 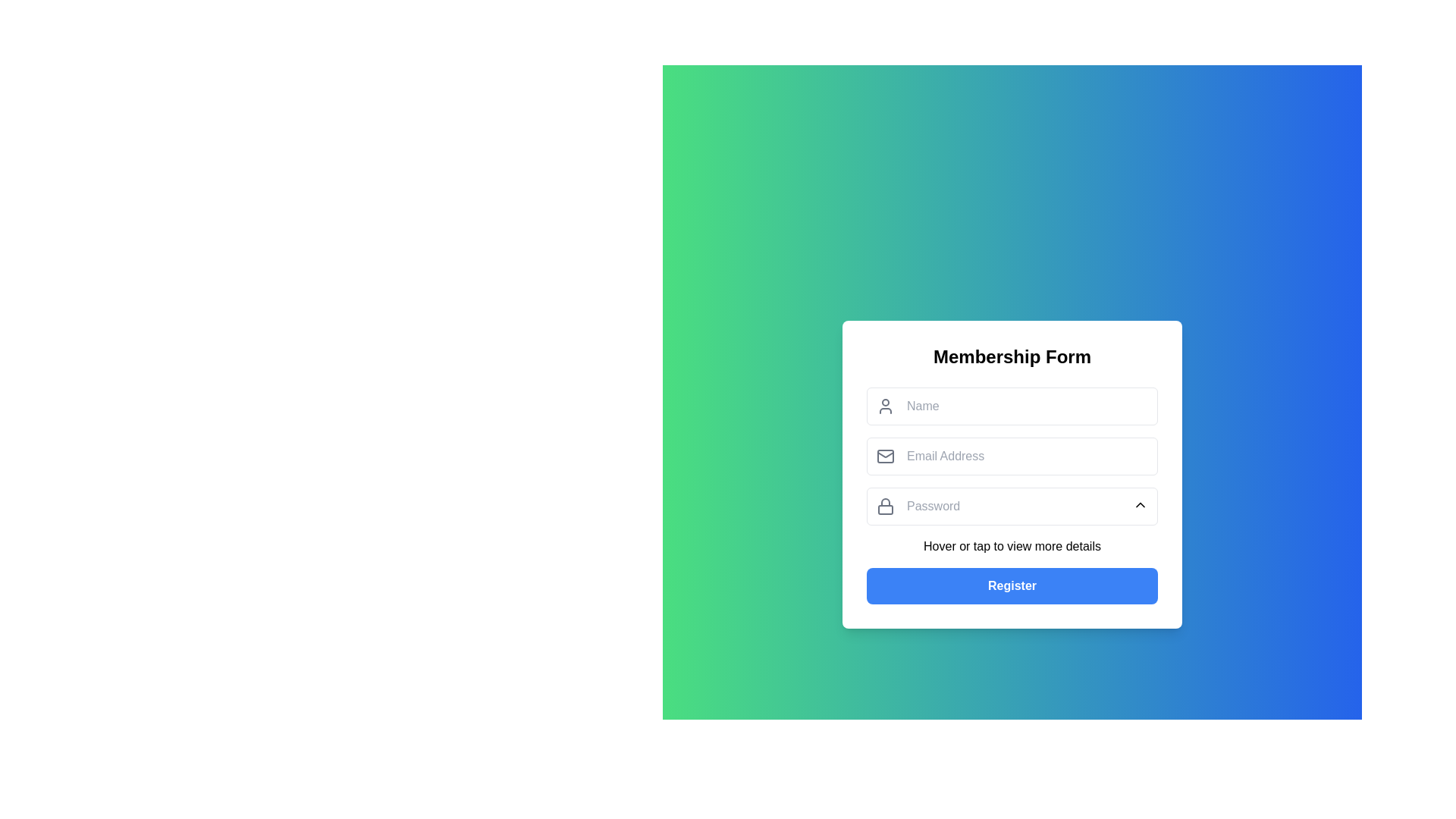 I want to click on the title Text element at the top of the interactive form interface, which serves to inform users of the form's purpose, so click(x=1012, y=356).